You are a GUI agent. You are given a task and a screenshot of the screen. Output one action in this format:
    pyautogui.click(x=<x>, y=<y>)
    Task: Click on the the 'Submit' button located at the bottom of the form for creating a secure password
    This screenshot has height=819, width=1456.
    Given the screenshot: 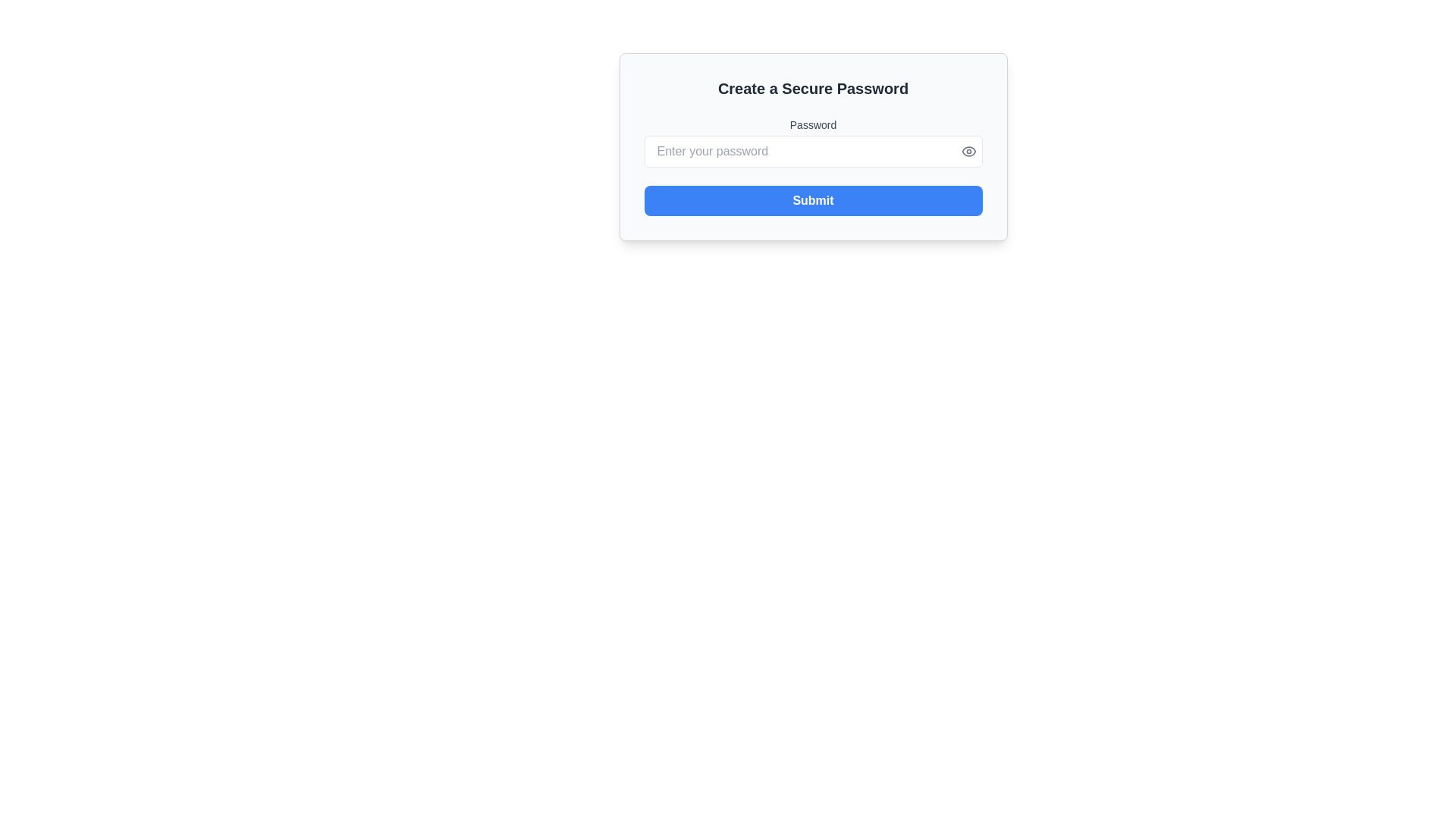 What is the action you would take?
    pyautogui.click(x=812, y=200)
    